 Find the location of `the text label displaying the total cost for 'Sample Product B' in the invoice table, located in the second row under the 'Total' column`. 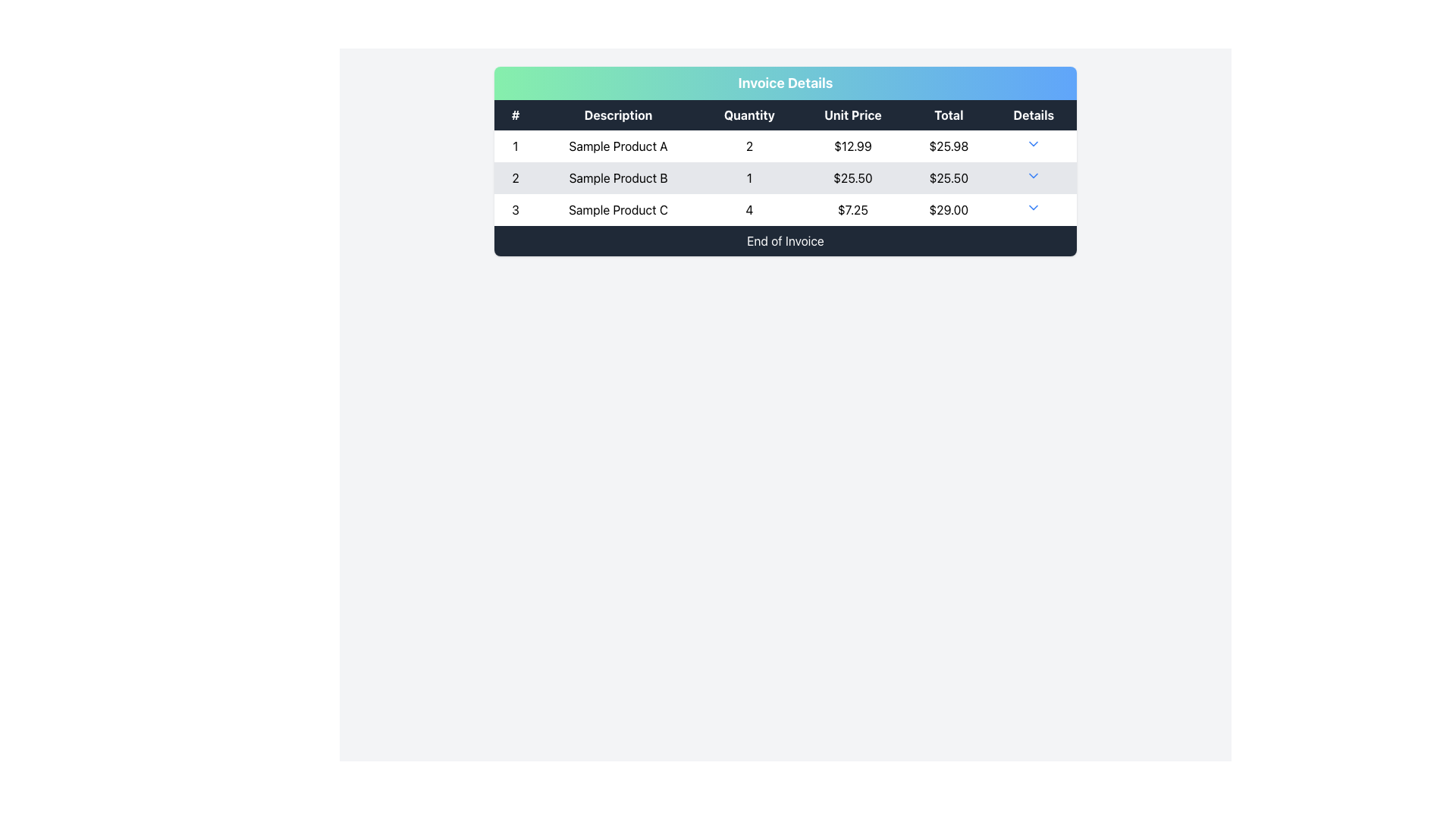

the text label displaying the total cost for 'Sample Product B' in the invoice table, located in the second row under the 'Total' column is located at coordinates (948, 177).